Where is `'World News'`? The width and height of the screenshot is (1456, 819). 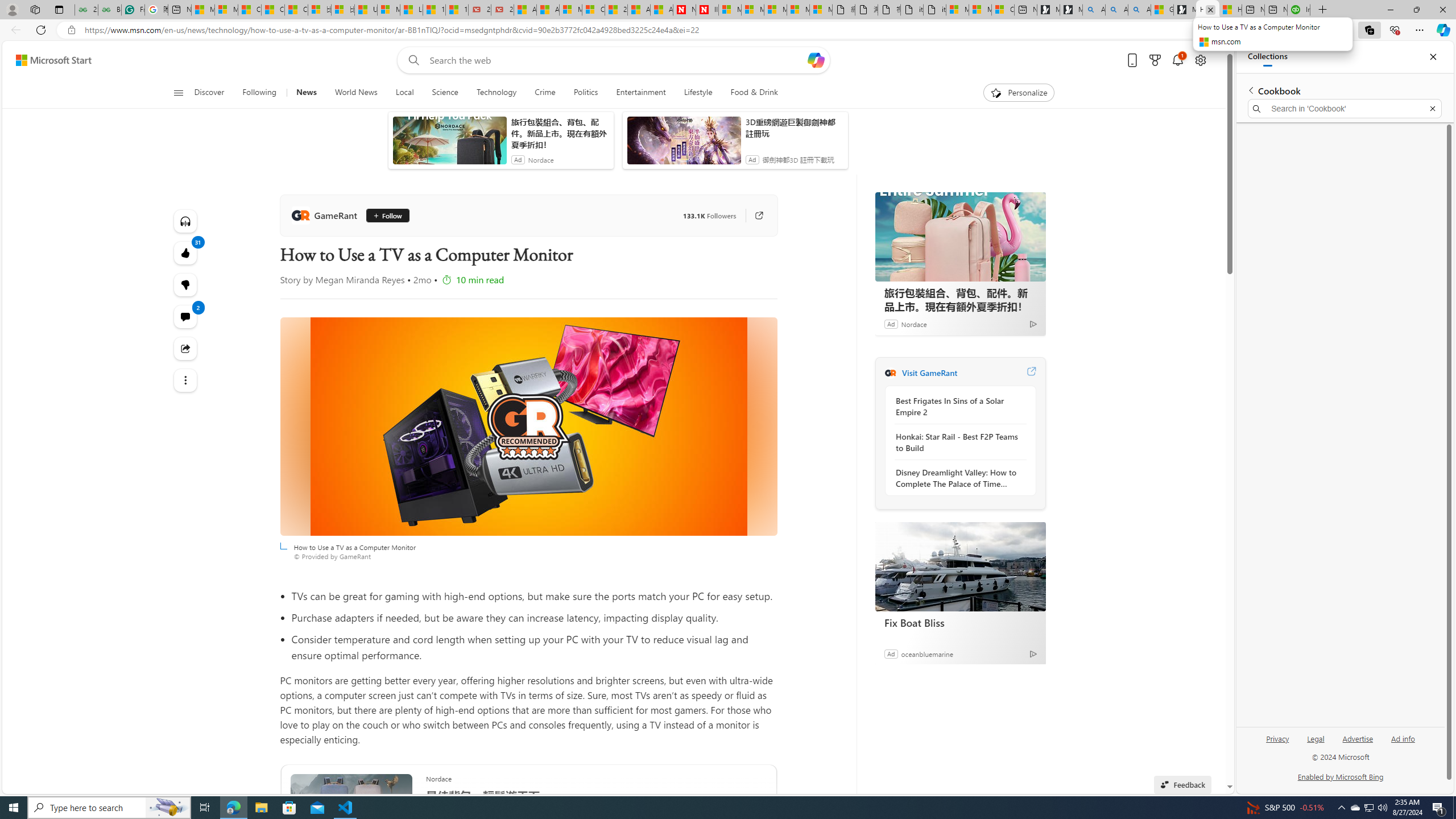 'World News' is located at coordinates (355, 92).